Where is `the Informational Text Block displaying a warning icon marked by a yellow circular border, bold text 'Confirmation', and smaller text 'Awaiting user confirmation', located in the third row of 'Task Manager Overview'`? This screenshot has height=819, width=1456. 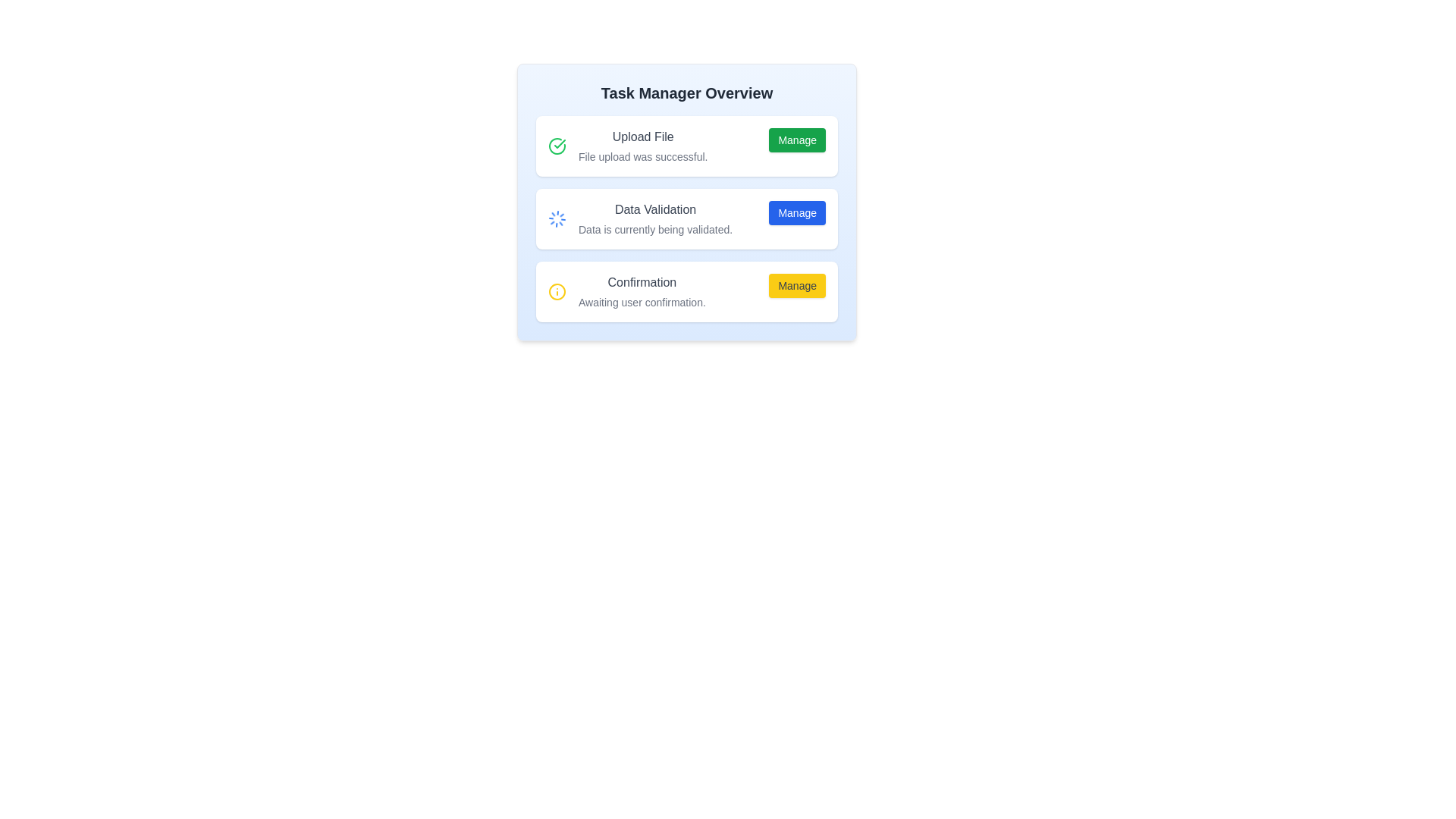
the Informational Text Block displaying a warning icon marked by a yellow circular border, bold text 'Confirmation', and smaller text 'Awaiting user confirmation', located in the third row of 'Task Manager Overview' is located at coordinates (626, 292).